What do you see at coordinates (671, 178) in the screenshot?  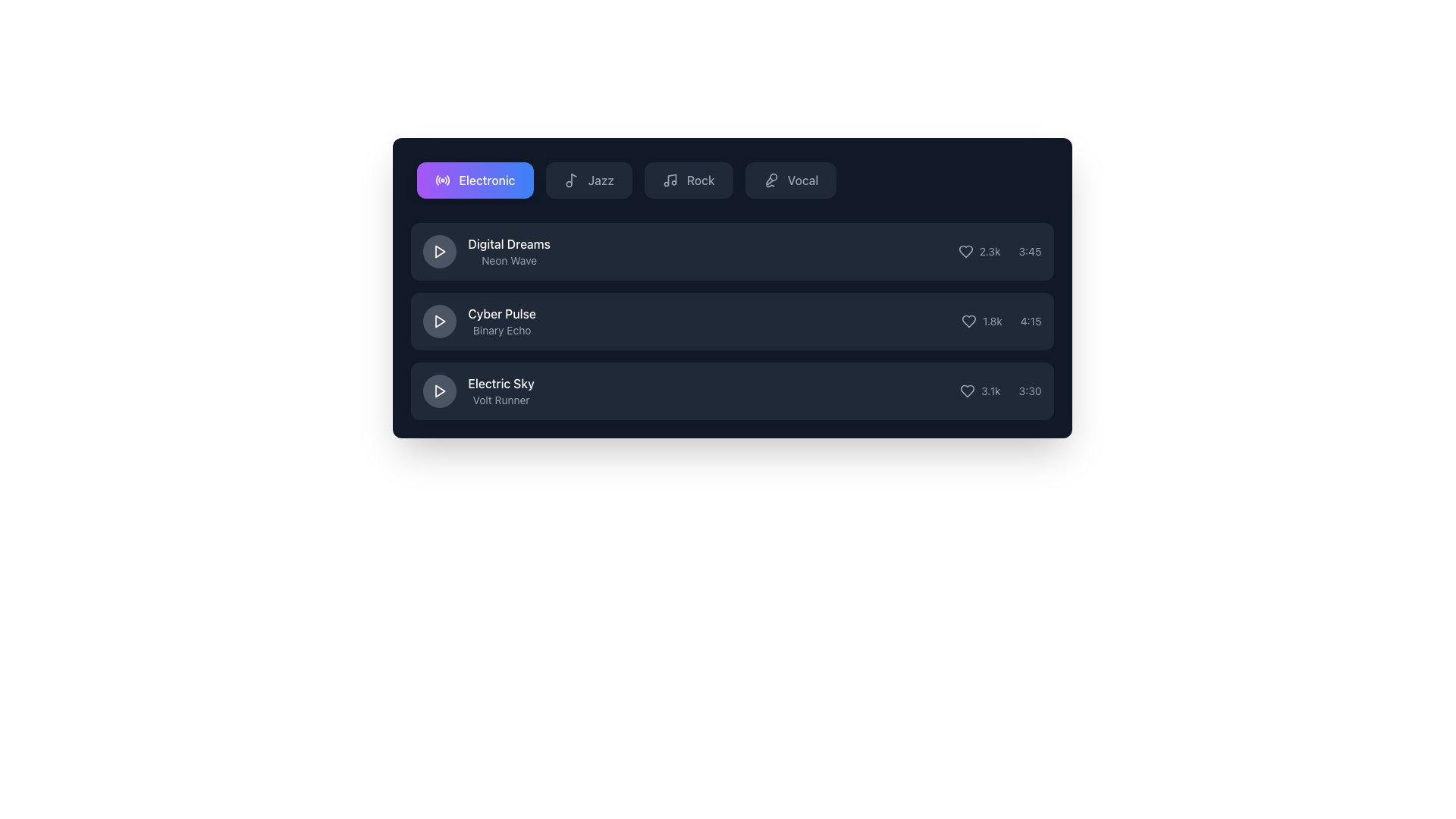 I see `the Rock genre icon, which is embedded within the 'Rock' button, the third button in the horizontal row of genre buttons at the top of the interface` at bounding box center [671, 178].